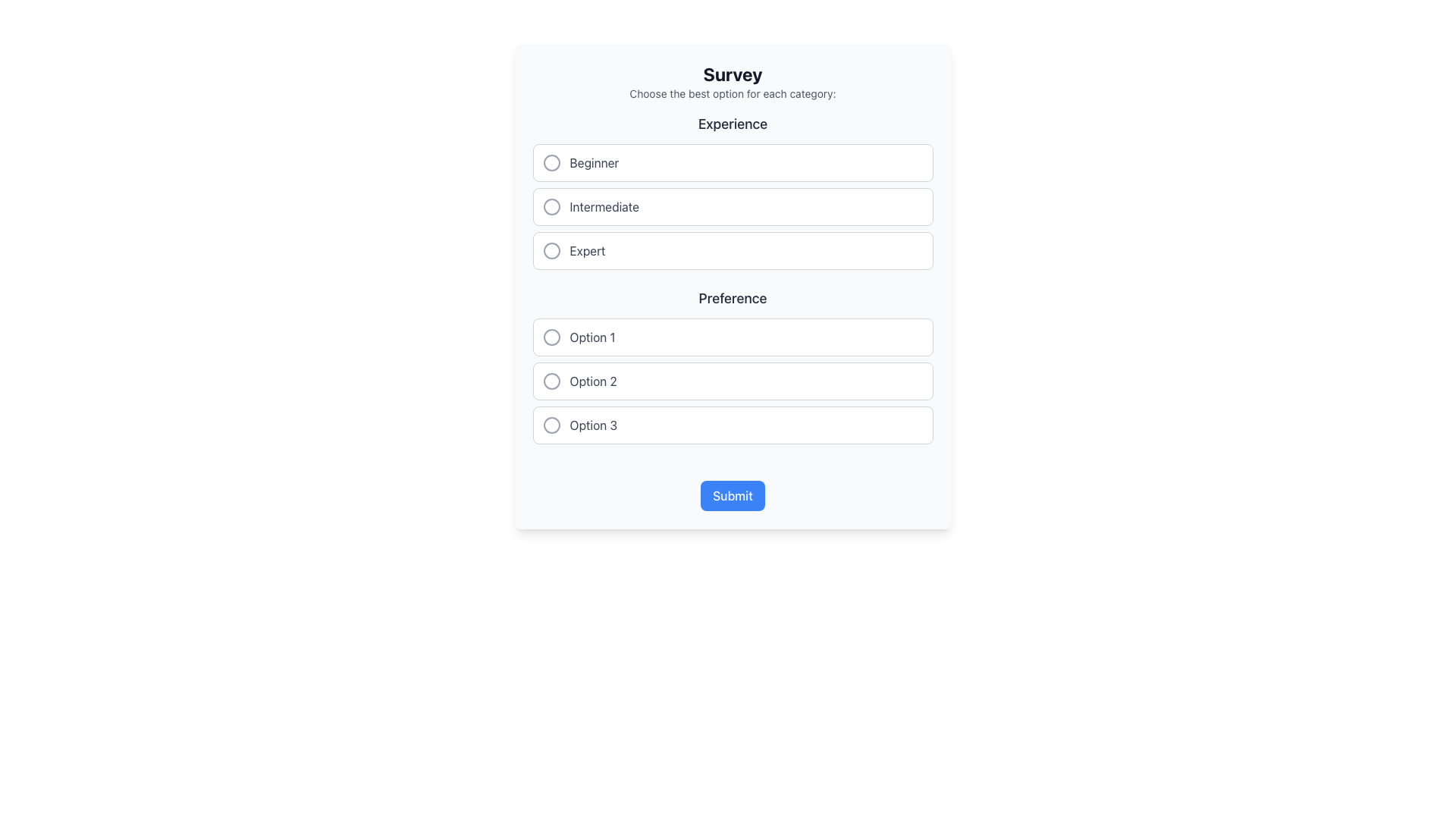  Describe the element at coordinates (733, 380) in the screenshot. I see `the second selectable option block labeled 'Option 2' located under the 'Preference' section` at that location.